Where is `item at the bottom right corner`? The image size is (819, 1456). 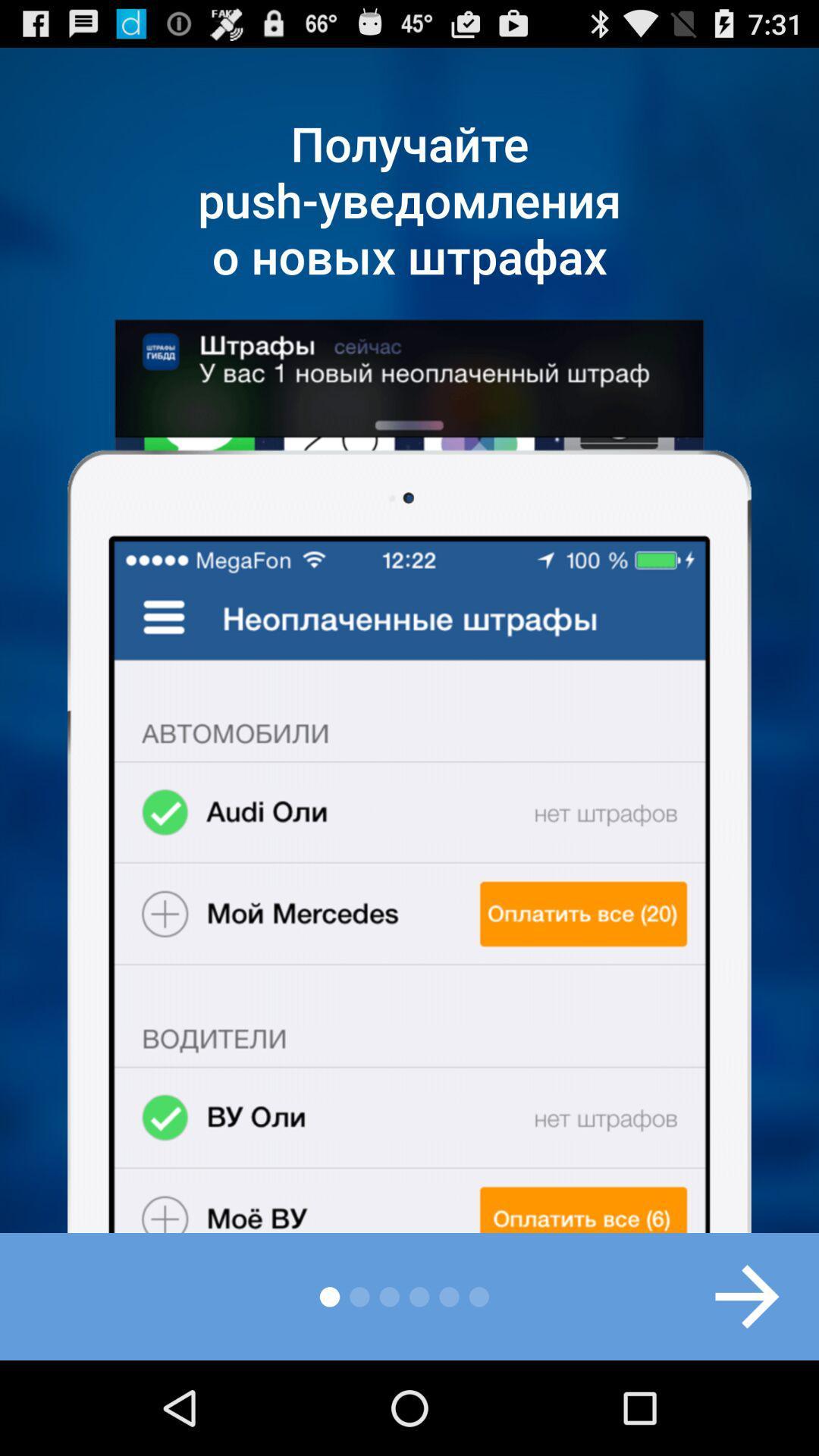
item at the bottom right corner is located at coordinates (730, 1295).